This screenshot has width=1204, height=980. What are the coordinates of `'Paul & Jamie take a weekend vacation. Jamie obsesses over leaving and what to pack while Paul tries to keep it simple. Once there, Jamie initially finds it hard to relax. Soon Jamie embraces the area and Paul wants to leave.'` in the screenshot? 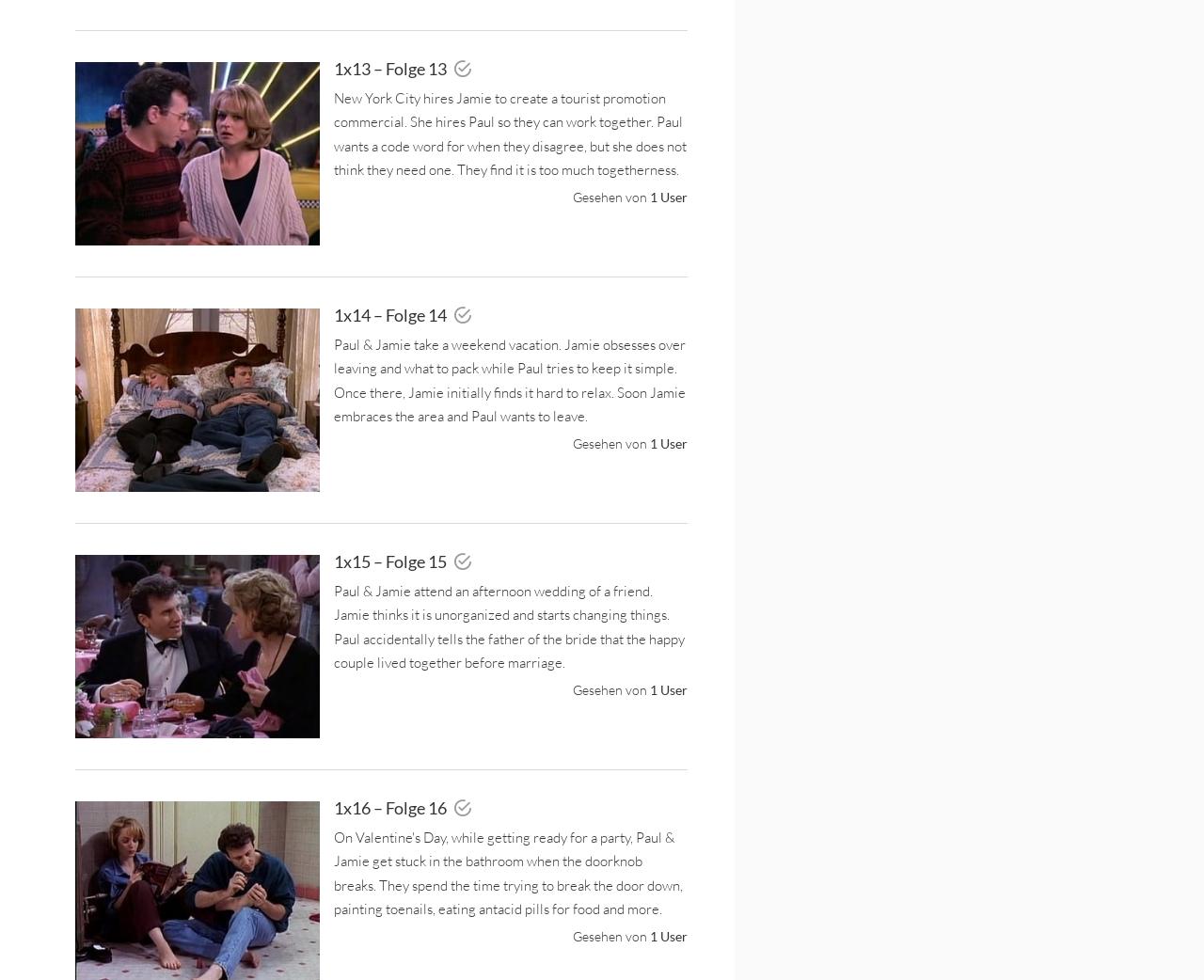 It's located at (509, 378).